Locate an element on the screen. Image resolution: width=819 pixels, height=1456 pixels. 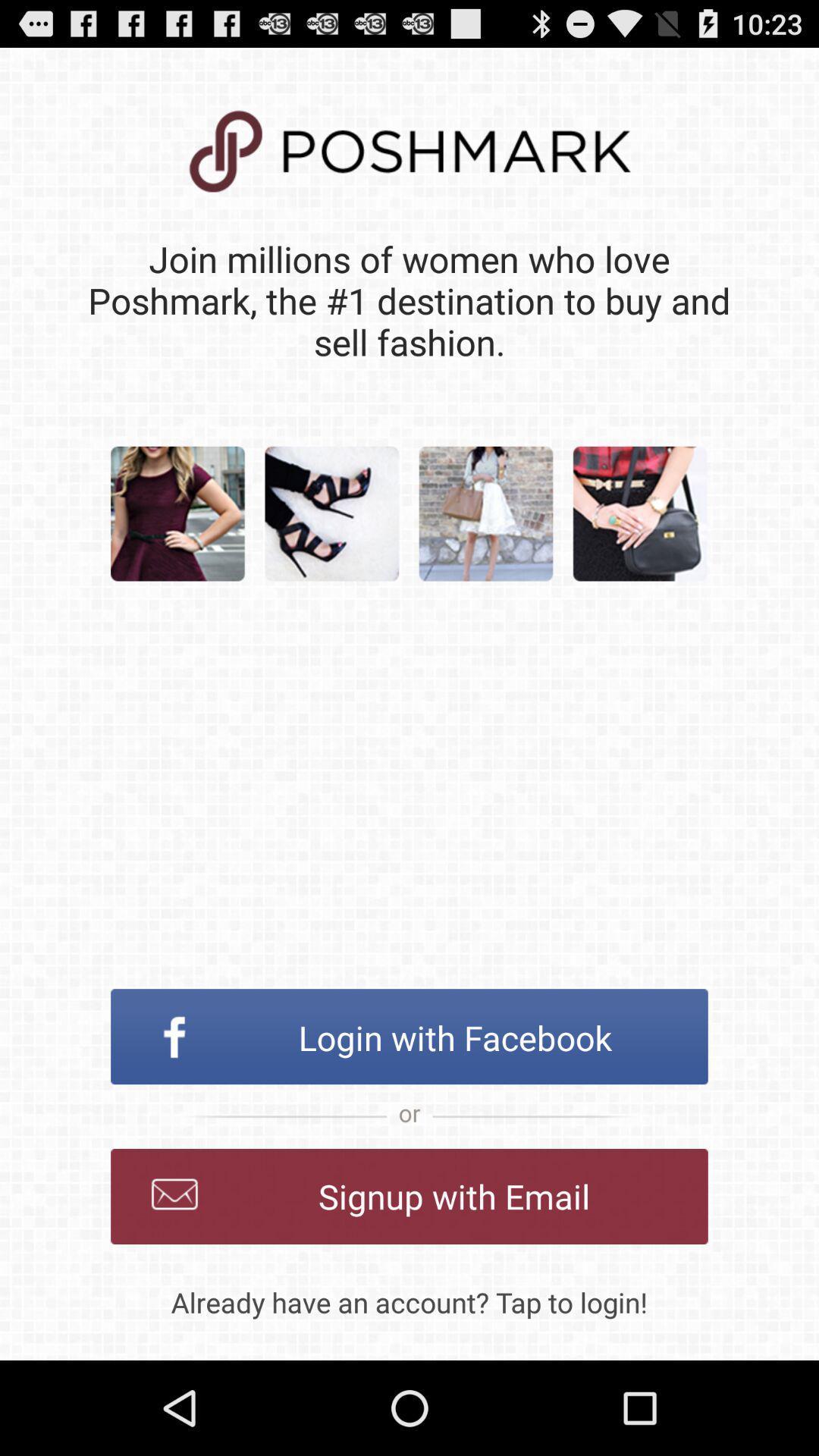
signup with email item is located at coordinates (409, 1196).